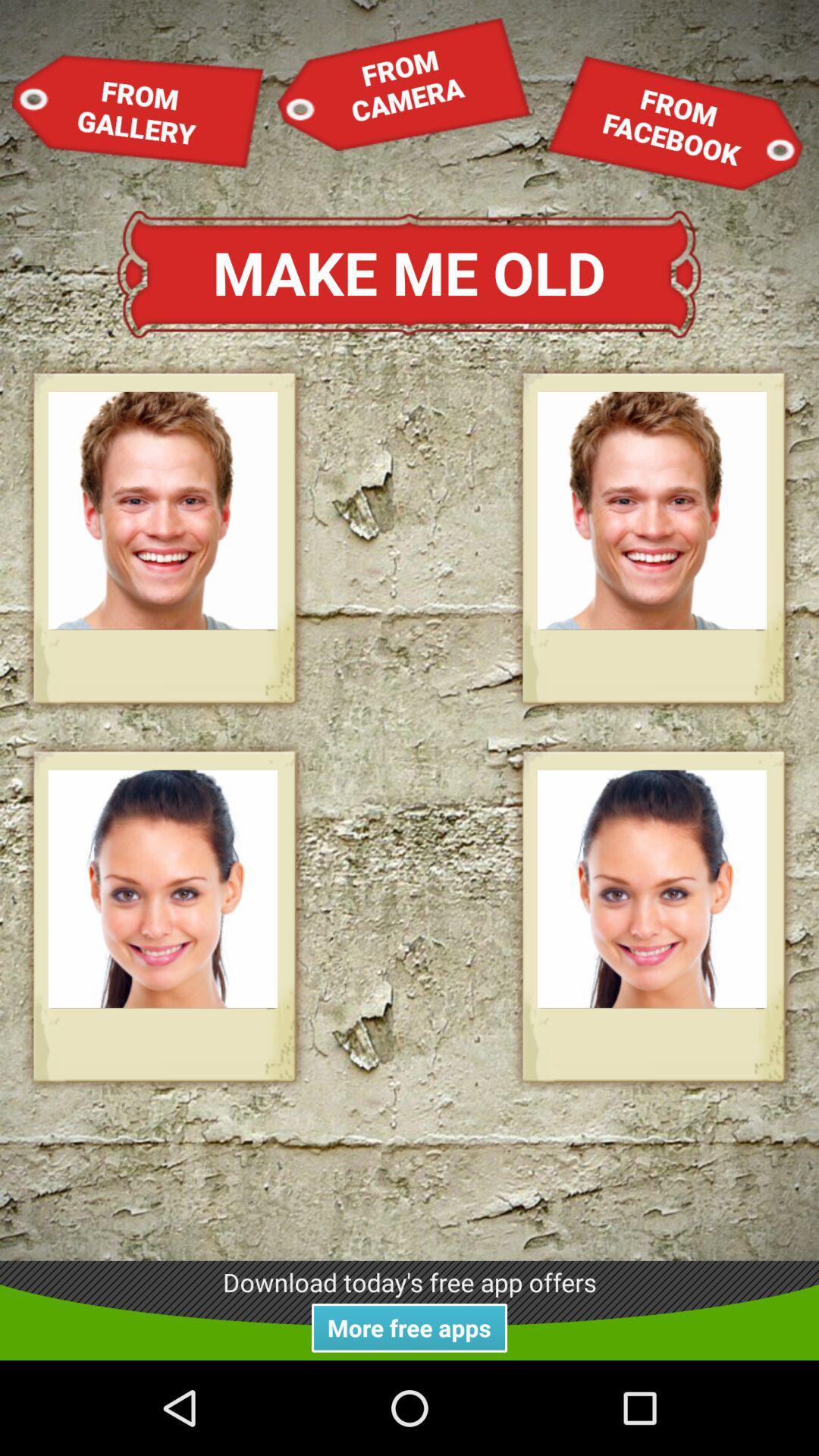  Describe the element at coordinates (403, 83) in the screenshot. I see `from` at that location.